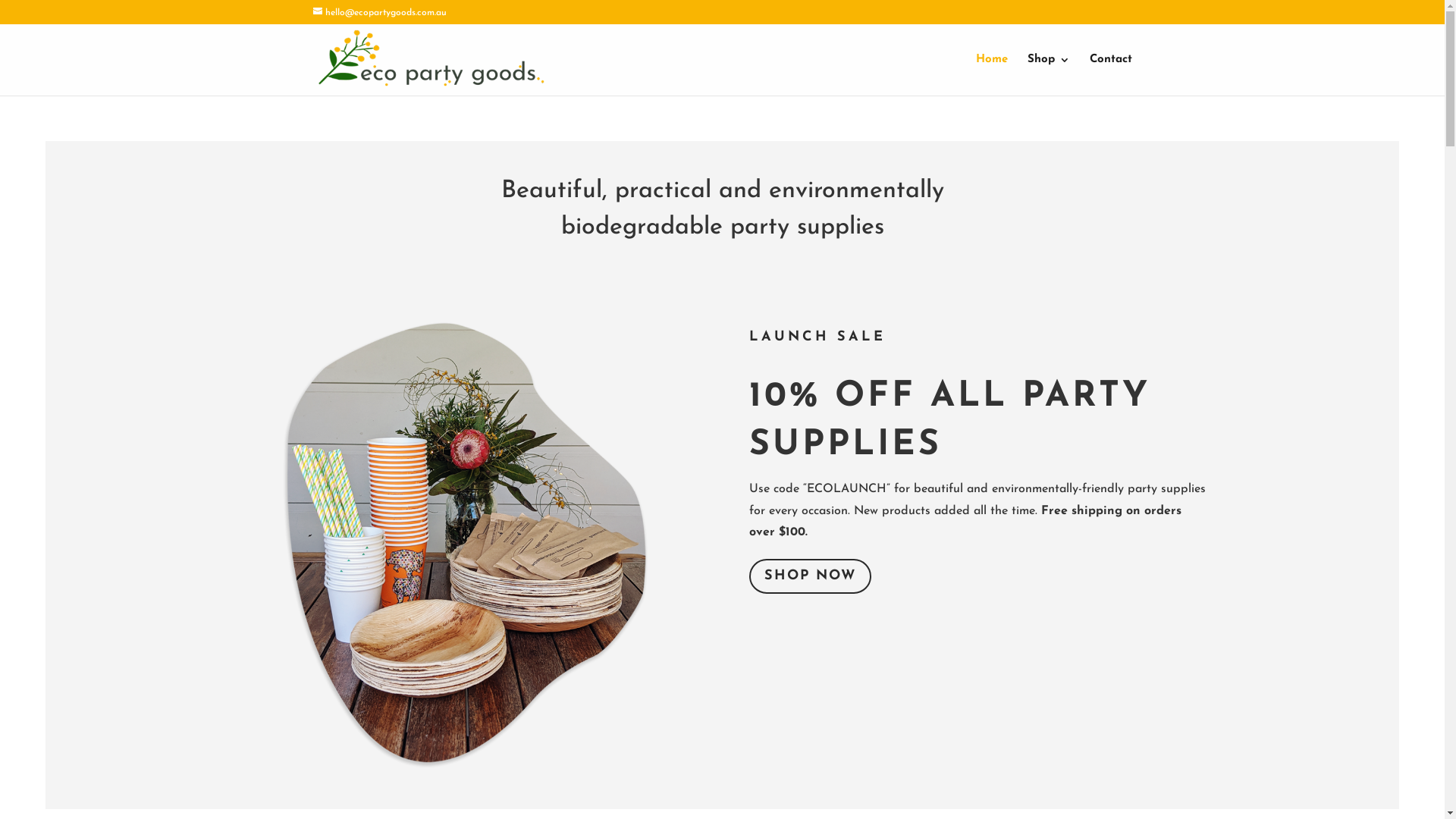  What do you see at coordinates (1087, 75) in the screenshot?
I see `'Contact'` at bounding box center [1087, 75].